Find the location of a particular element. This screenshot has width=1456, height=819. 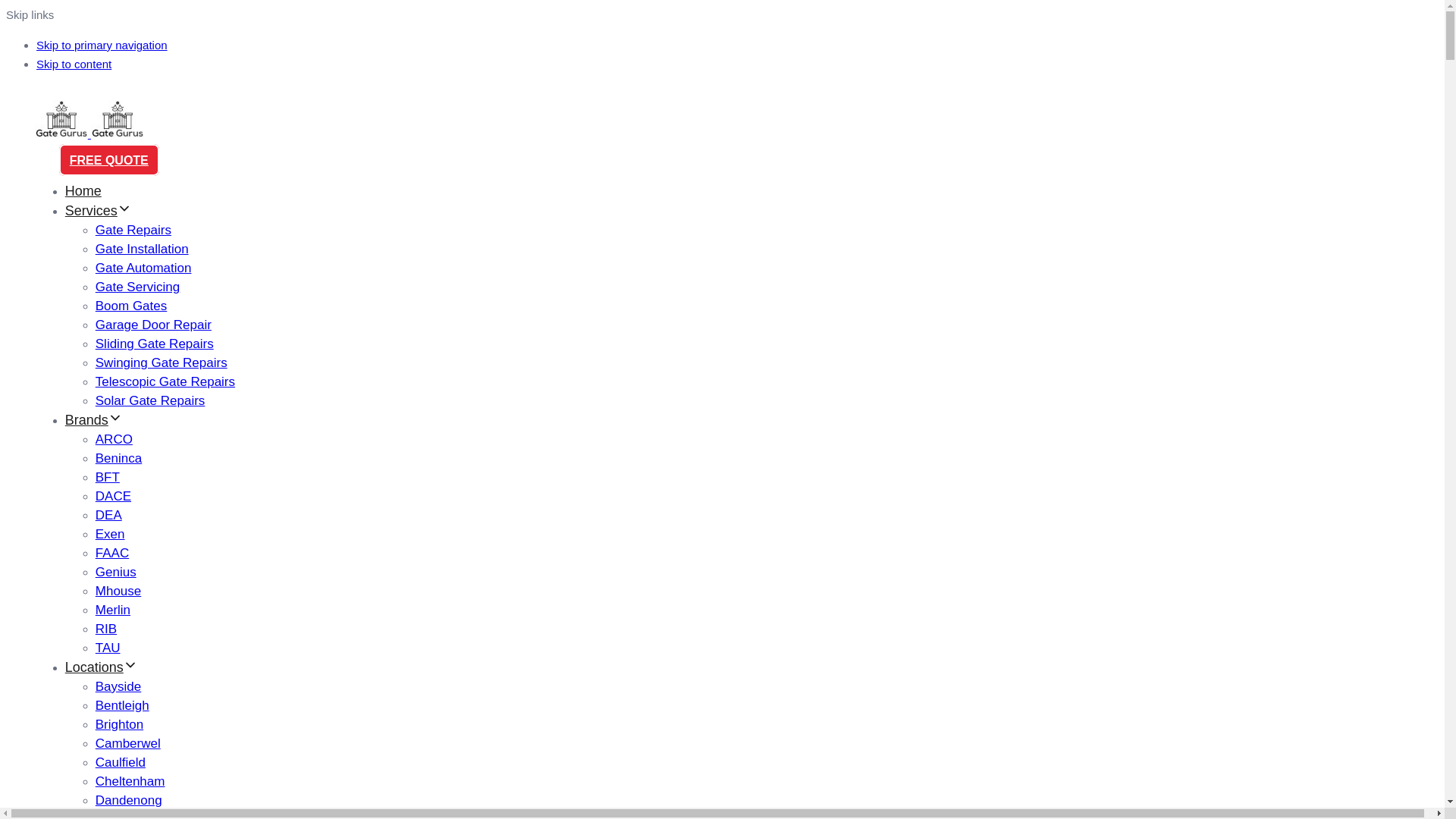

'DACE' is located at coordinates (112, 496).